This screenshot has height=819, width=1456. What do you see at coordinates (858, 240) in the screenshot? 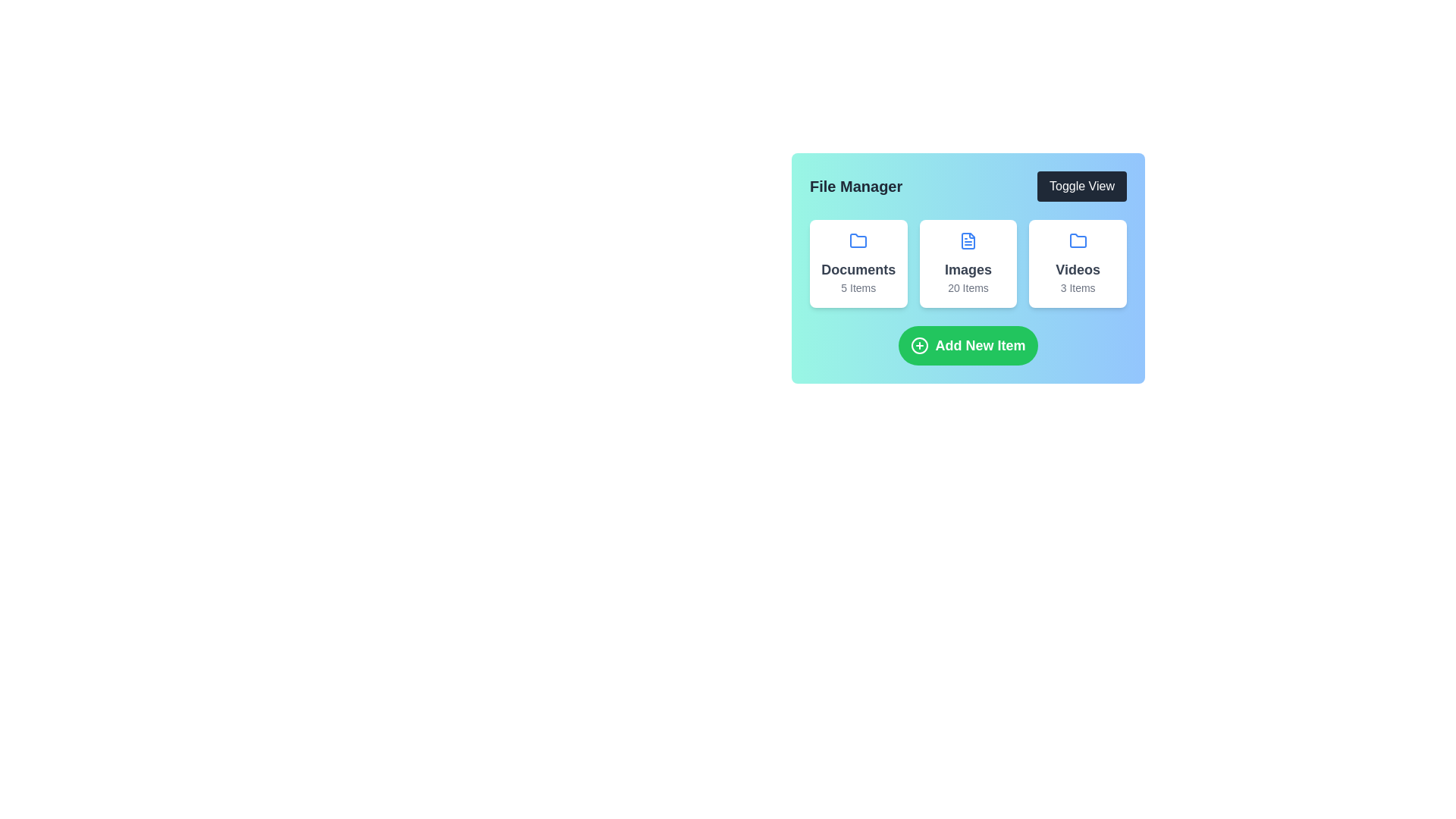
I see `the folder icon with a blue outline located at the top center above the text 'Documents' to interact with it` at bounding box center [858, 240].